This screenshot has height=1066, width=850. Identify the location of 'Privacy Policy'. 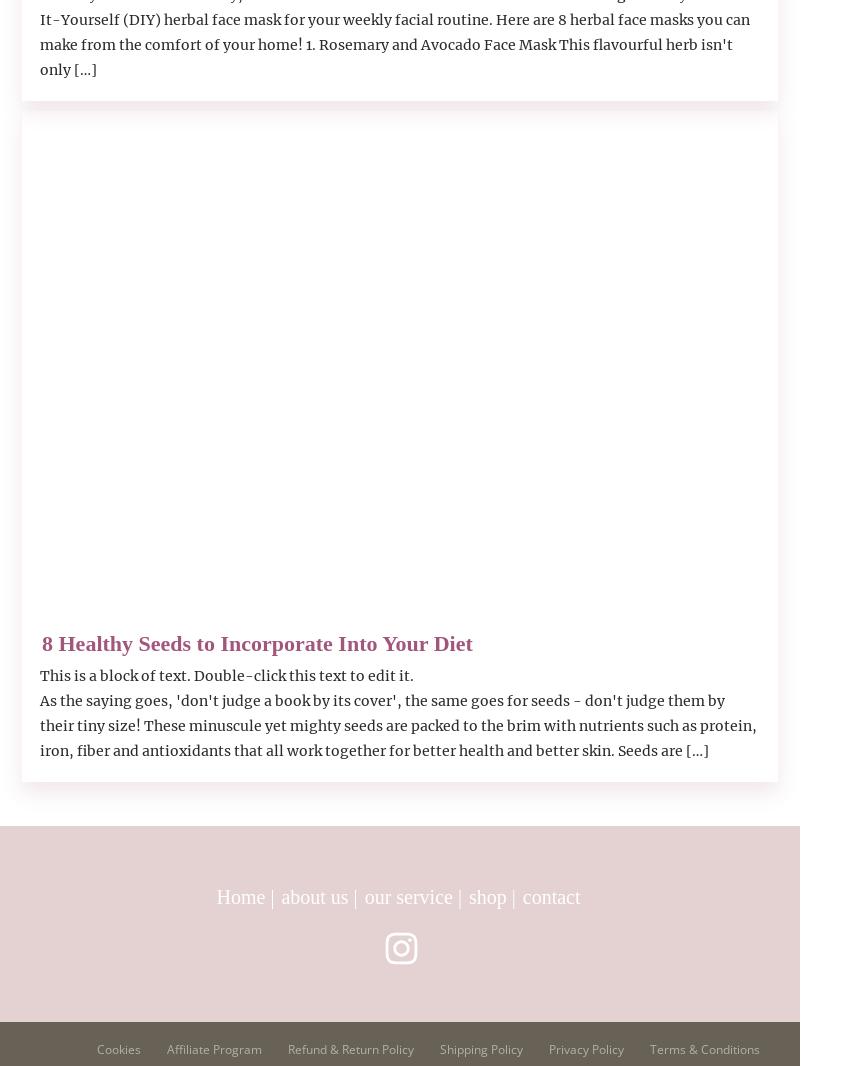
(586, 1049).